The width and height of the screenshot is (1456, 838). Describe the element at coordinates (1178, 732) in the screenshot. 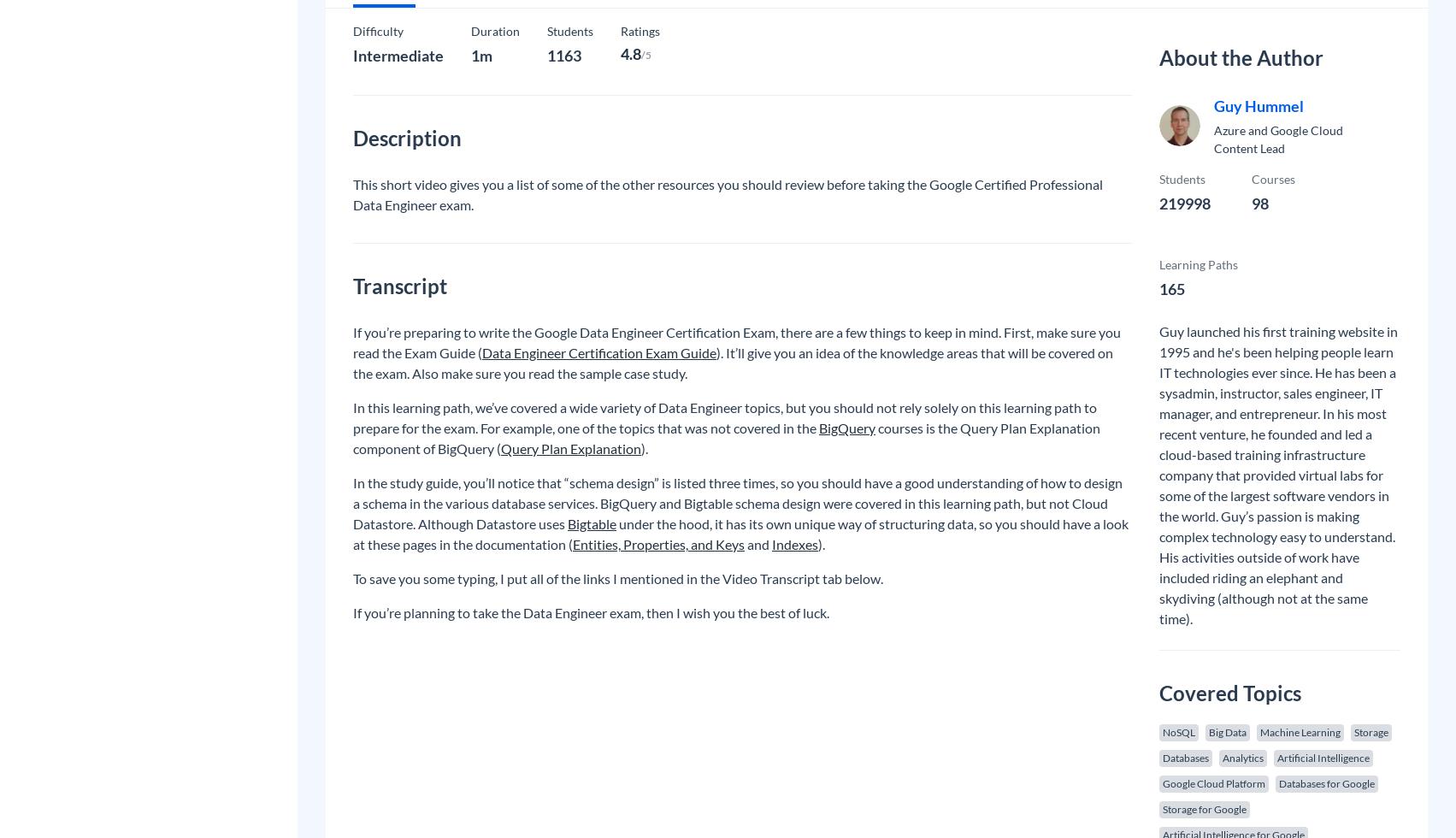

I see `'NoSQL'` at that location.